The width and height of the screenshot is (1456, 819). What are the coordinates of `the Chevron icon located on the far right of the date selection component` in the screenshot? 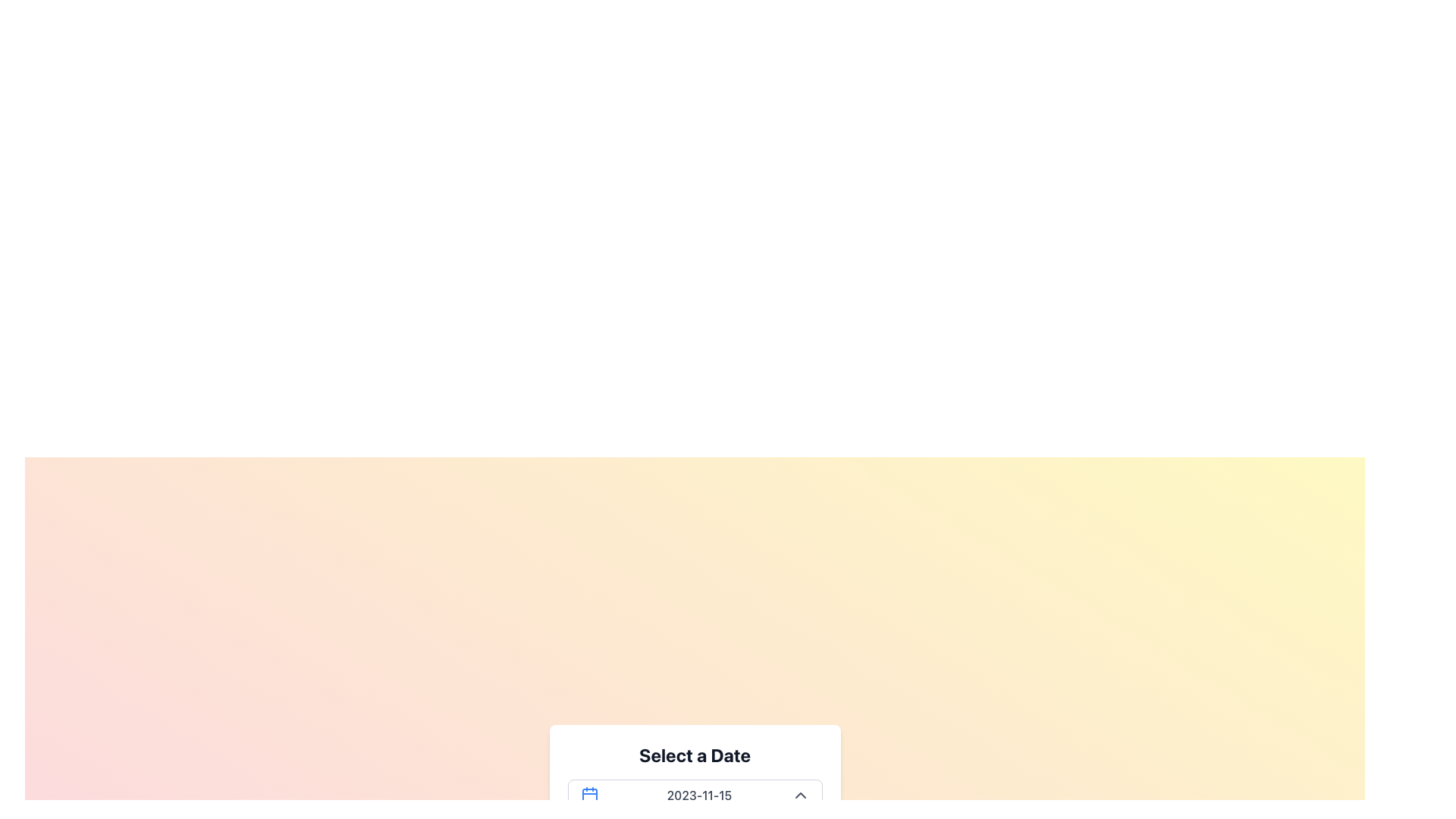 It's located at (799, 795).